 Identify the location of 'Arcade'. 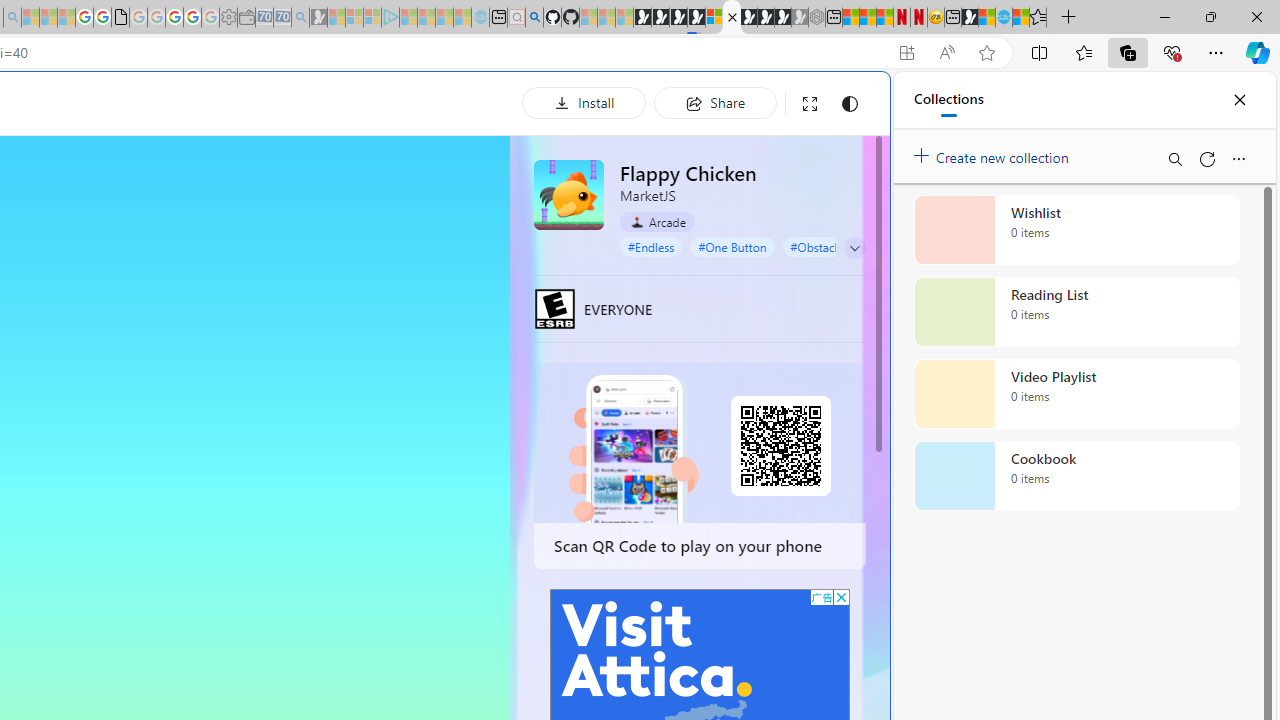
(657, 222).